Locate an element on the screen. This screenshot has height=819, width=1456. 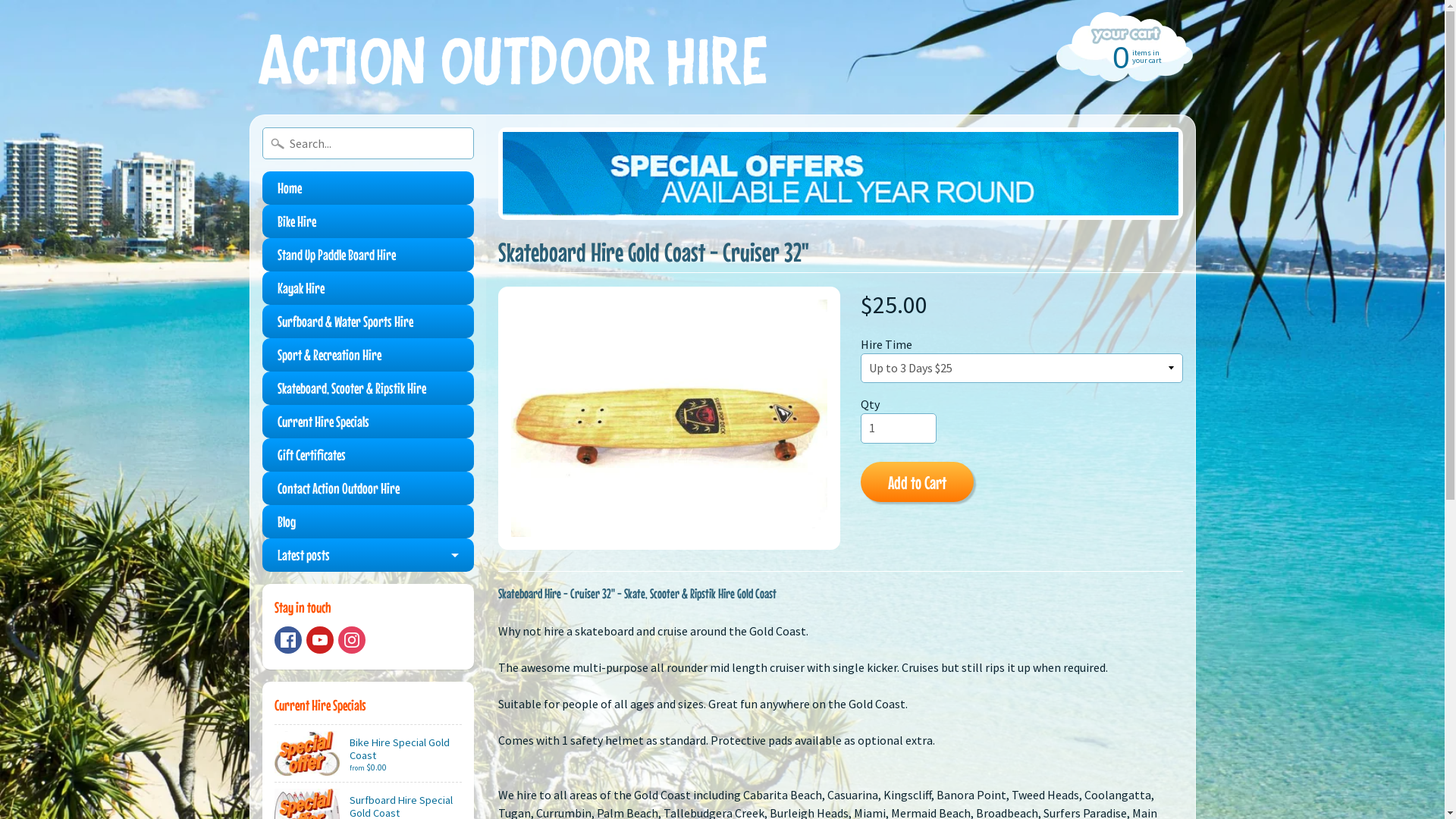
'Youtube' is located at coordinates (319, 640).